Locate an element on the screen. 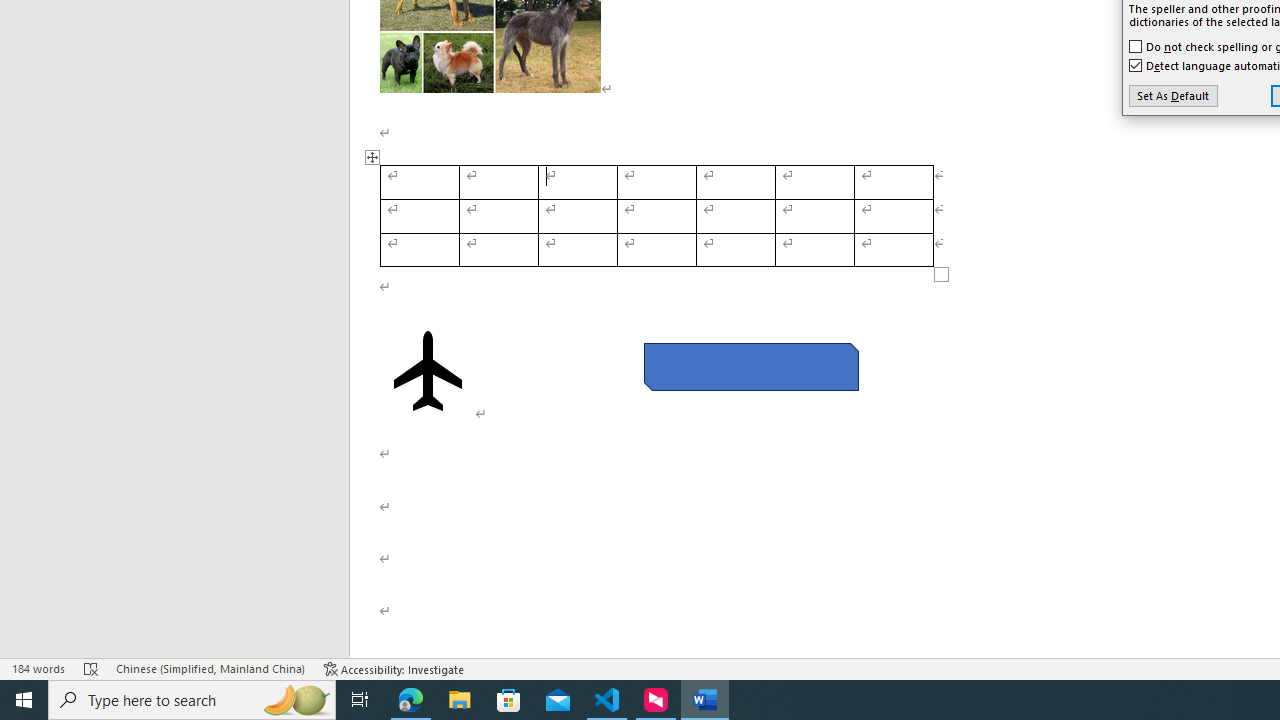 The image size is (1280, 720). 'Search highlights icon opens search home window' is located at coordinates (294, 698).